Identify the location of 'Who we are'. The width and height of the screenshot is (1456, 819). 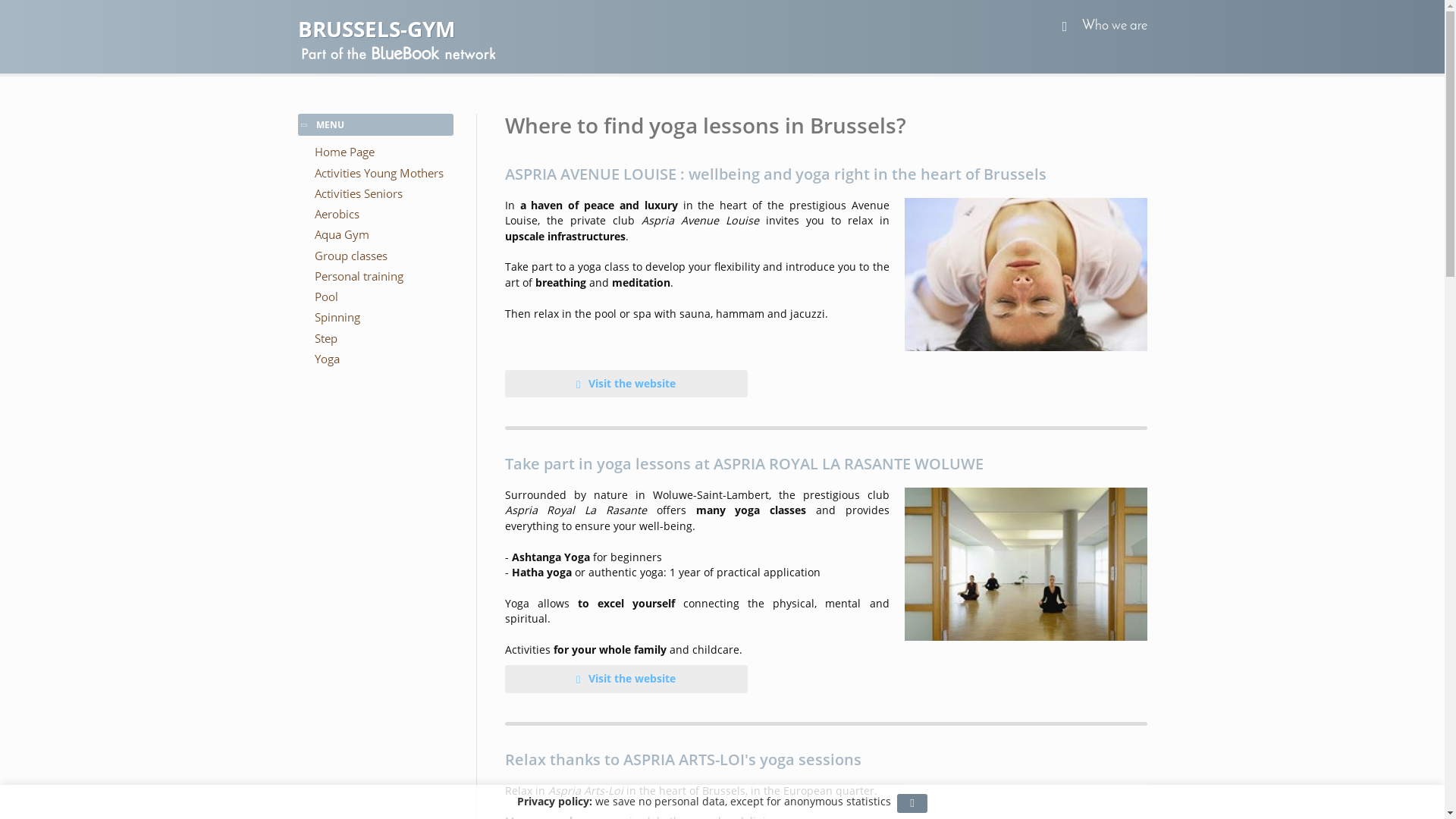
(1113, 26).